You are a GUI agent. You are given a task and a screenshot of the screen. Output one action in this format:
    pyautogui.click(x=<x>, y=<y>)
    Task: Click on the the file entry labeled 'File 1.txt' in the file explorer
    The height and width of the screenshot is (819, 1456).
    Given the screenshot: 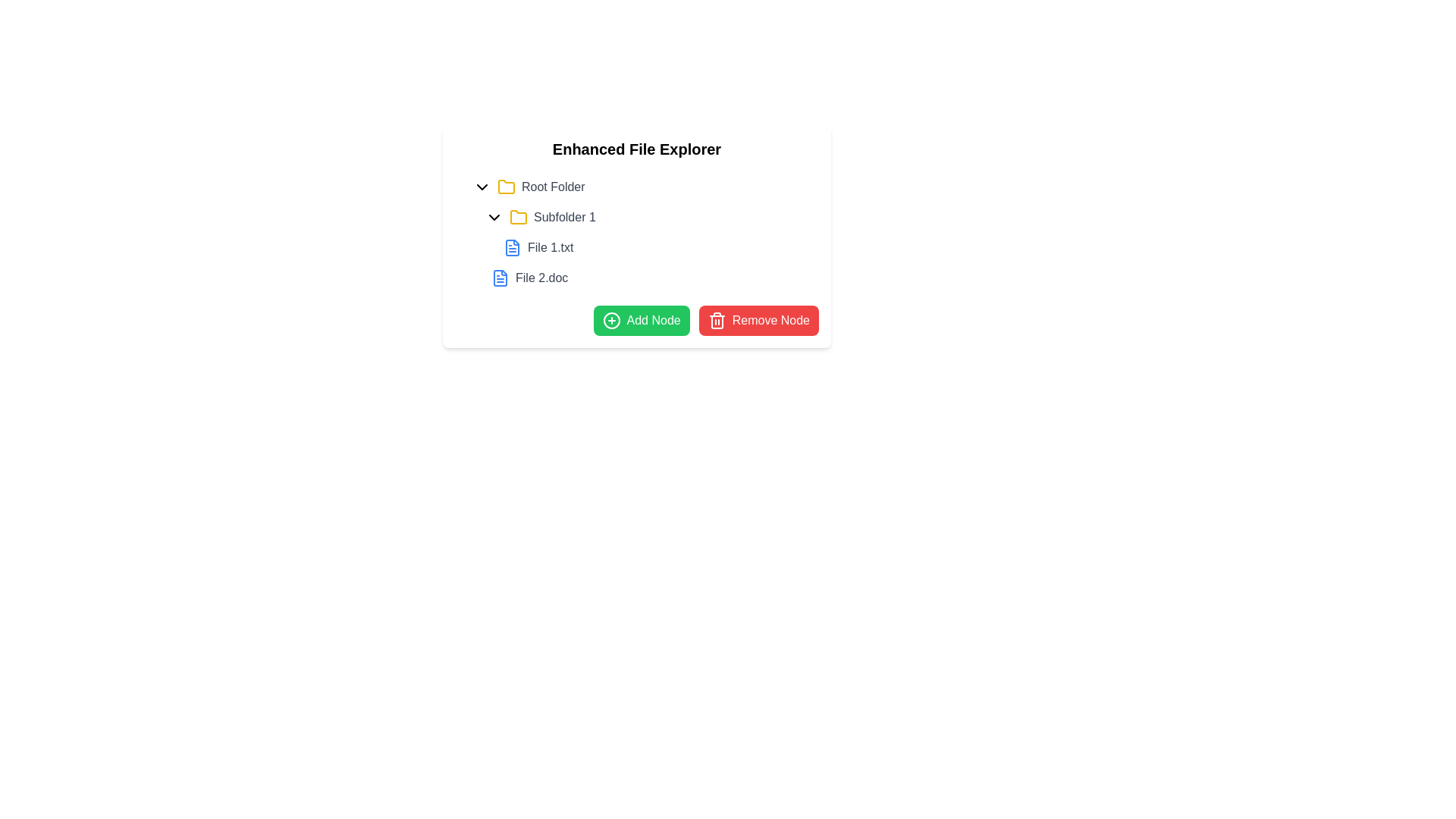 What is the action you would take?
    pyautogui.click(x=538, y=247)
    